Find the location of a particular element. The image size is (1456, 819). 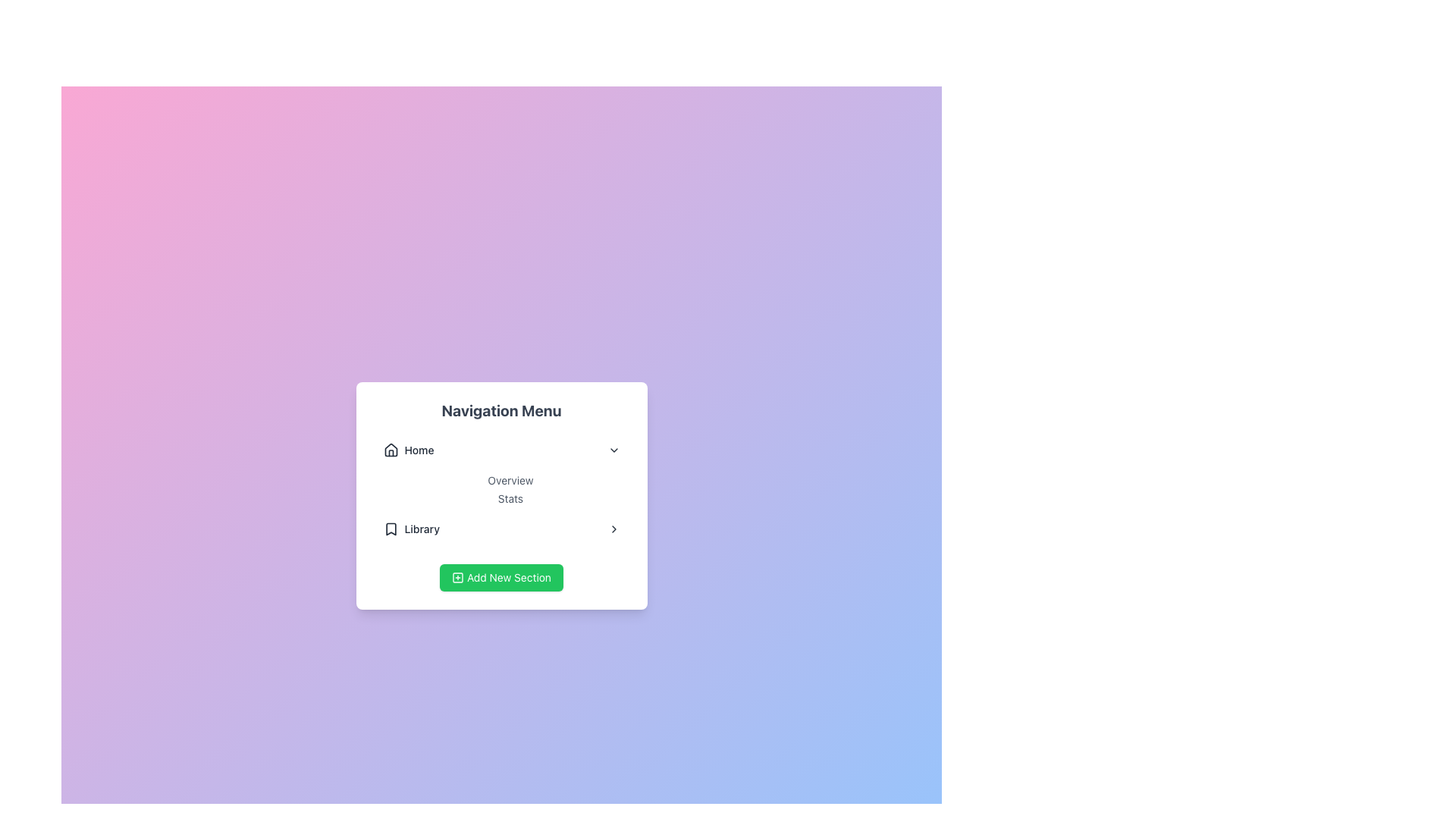

the 'Overview' navigation link located in the Home section of the navigation menu, which is positioned right below the 'Home' entry and above the 'Library' entry is located at coordinates (501, 469).